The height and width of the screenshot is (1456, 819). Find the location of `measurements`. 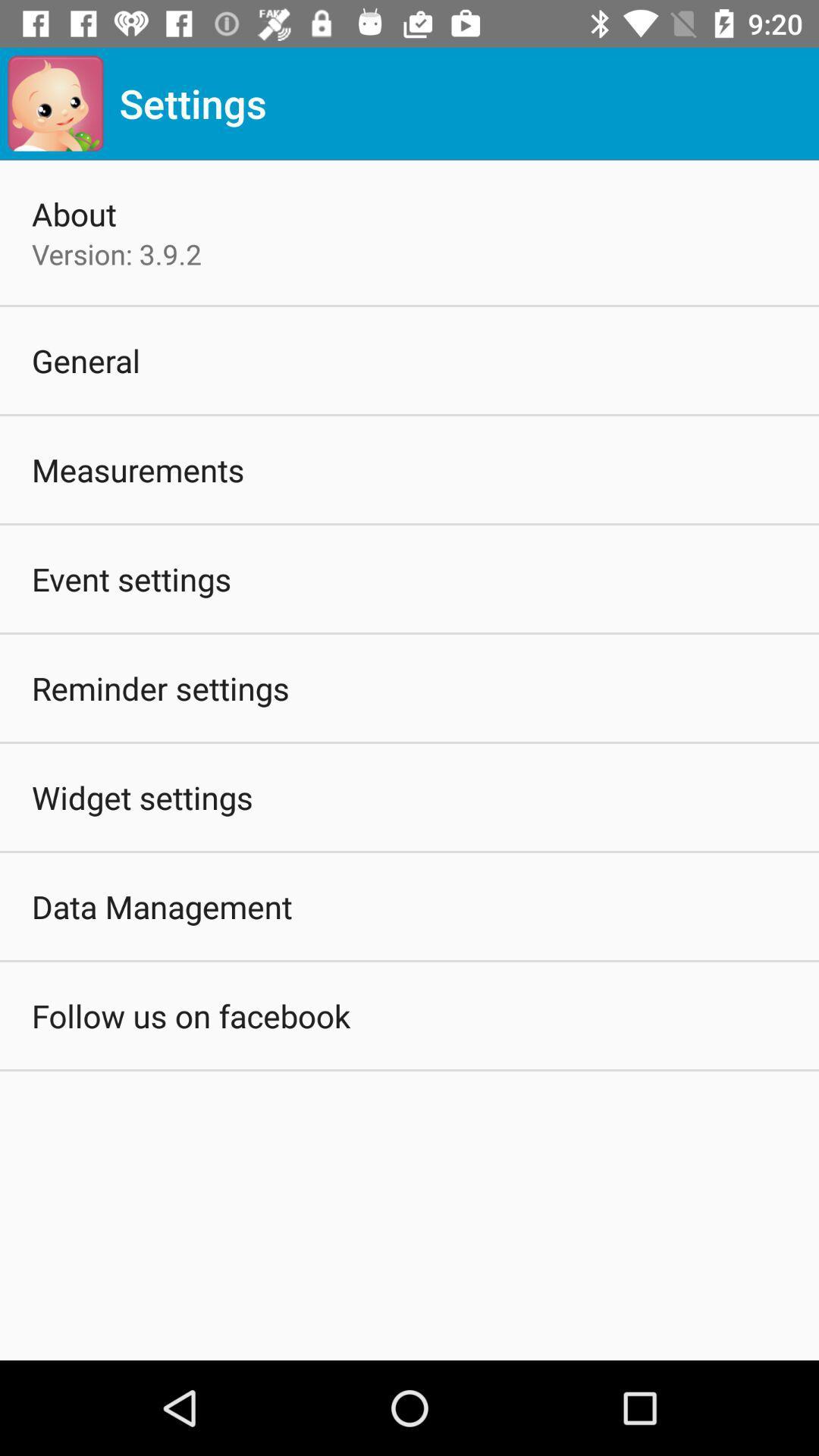

measurements is located at coordinates (138, 469).